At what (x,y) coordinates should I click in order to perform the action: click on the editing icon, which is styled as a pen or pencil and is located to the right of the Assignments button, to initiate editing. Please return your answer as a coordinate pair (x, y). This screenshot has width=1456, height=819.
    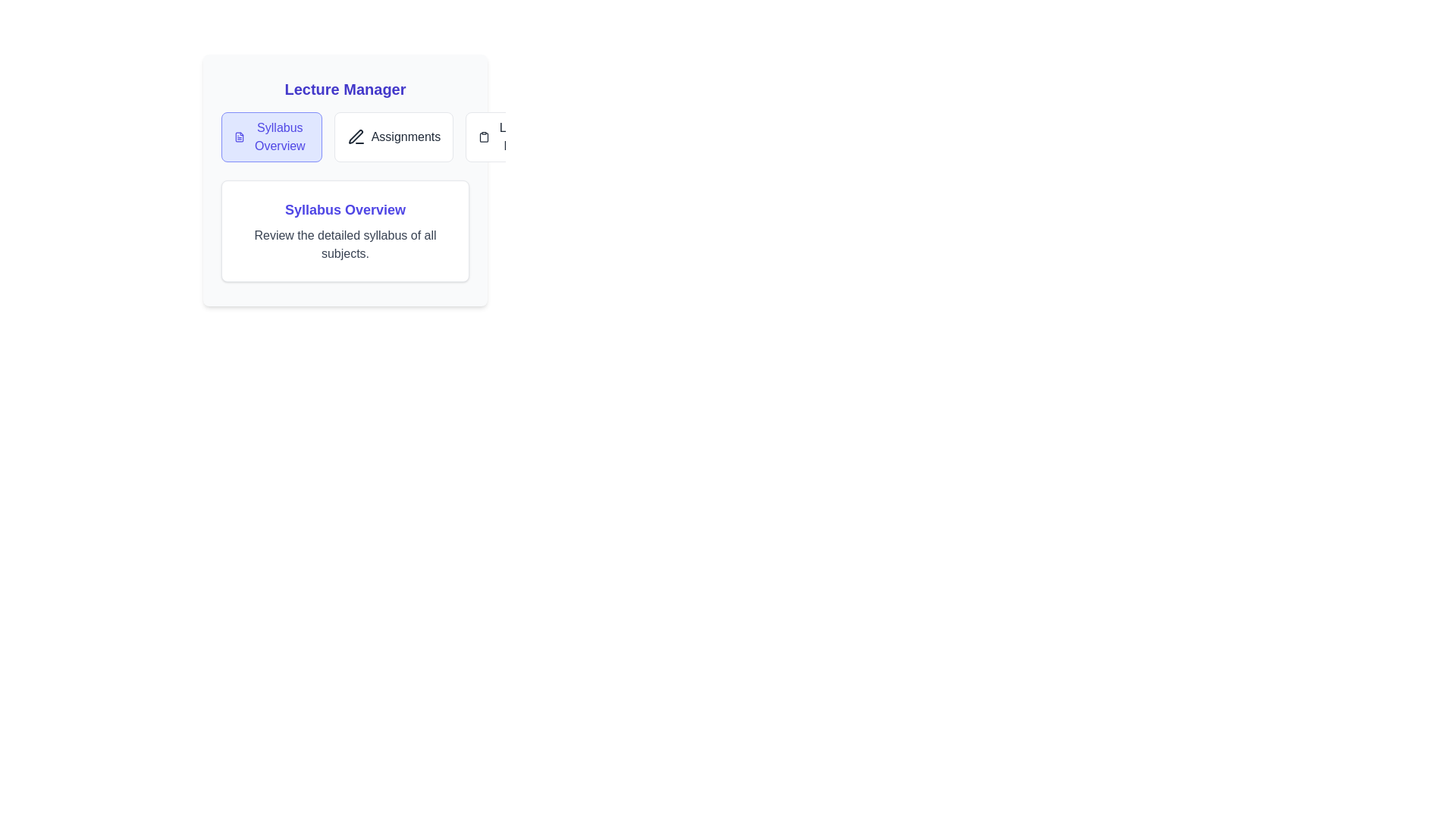
    Looking at the image, I should click on (355, 136).